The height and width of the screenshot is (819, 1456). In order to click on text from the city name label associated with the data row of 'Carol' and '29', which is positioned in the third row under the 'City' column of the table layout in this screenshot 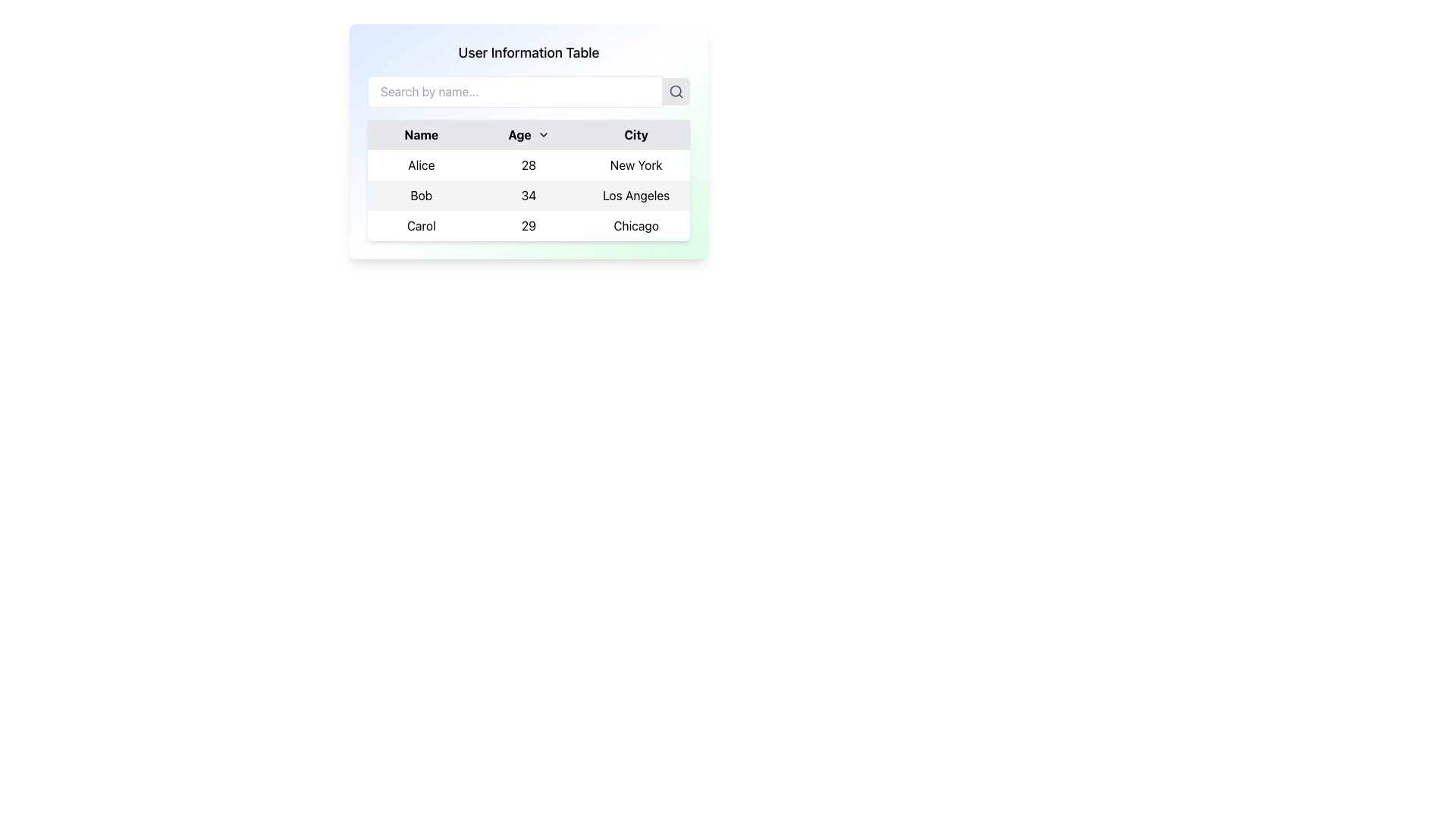, I will do `click(636, 225)`.